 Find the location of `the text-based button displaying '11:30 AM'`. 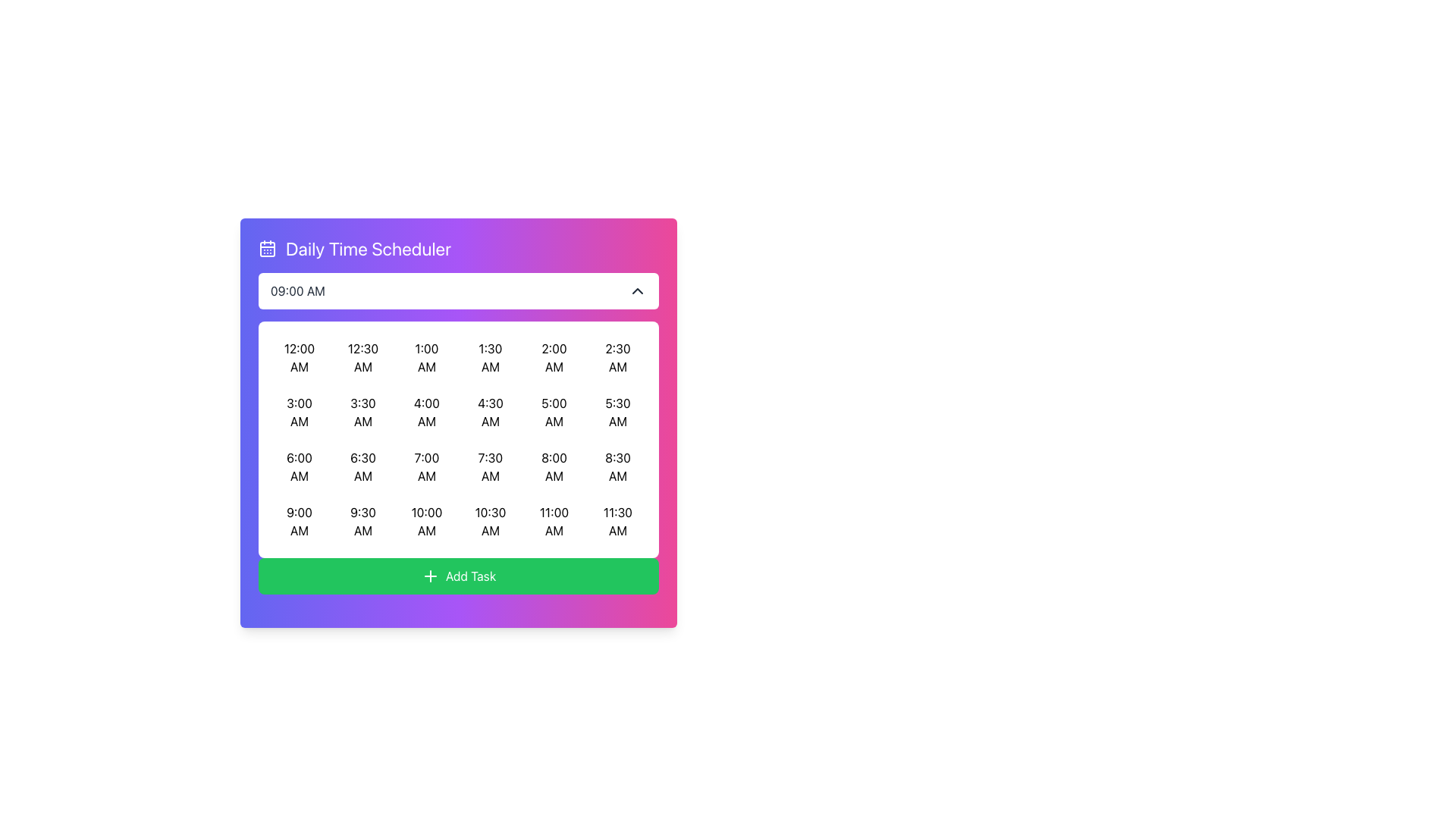

the text-based button displaying '11:30 AM' is located at coordinates (618, 520).